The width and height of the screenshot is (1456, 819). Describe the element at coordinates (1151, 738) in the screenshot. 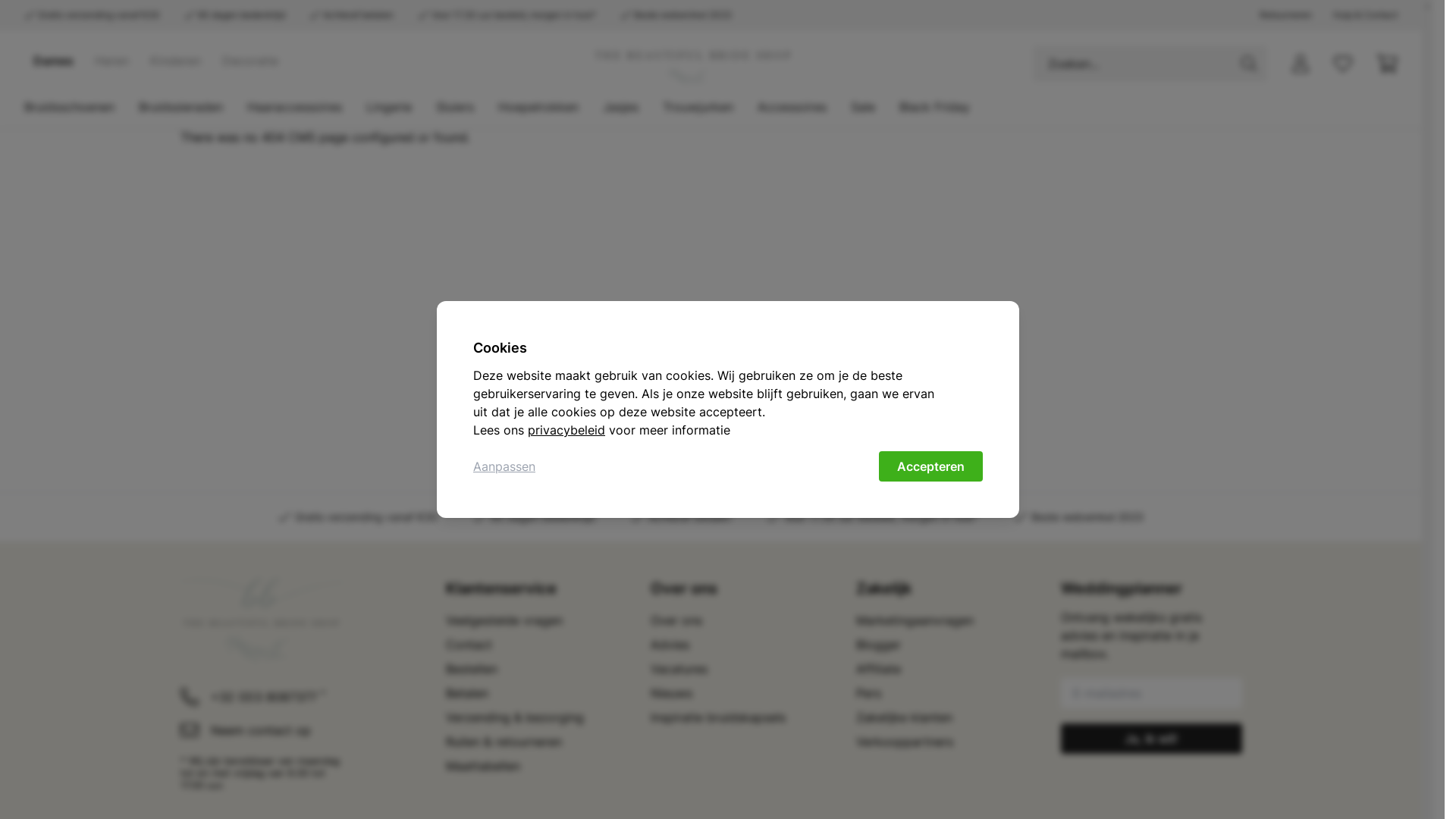

I see `'Ja, ik wil!'` at that location.